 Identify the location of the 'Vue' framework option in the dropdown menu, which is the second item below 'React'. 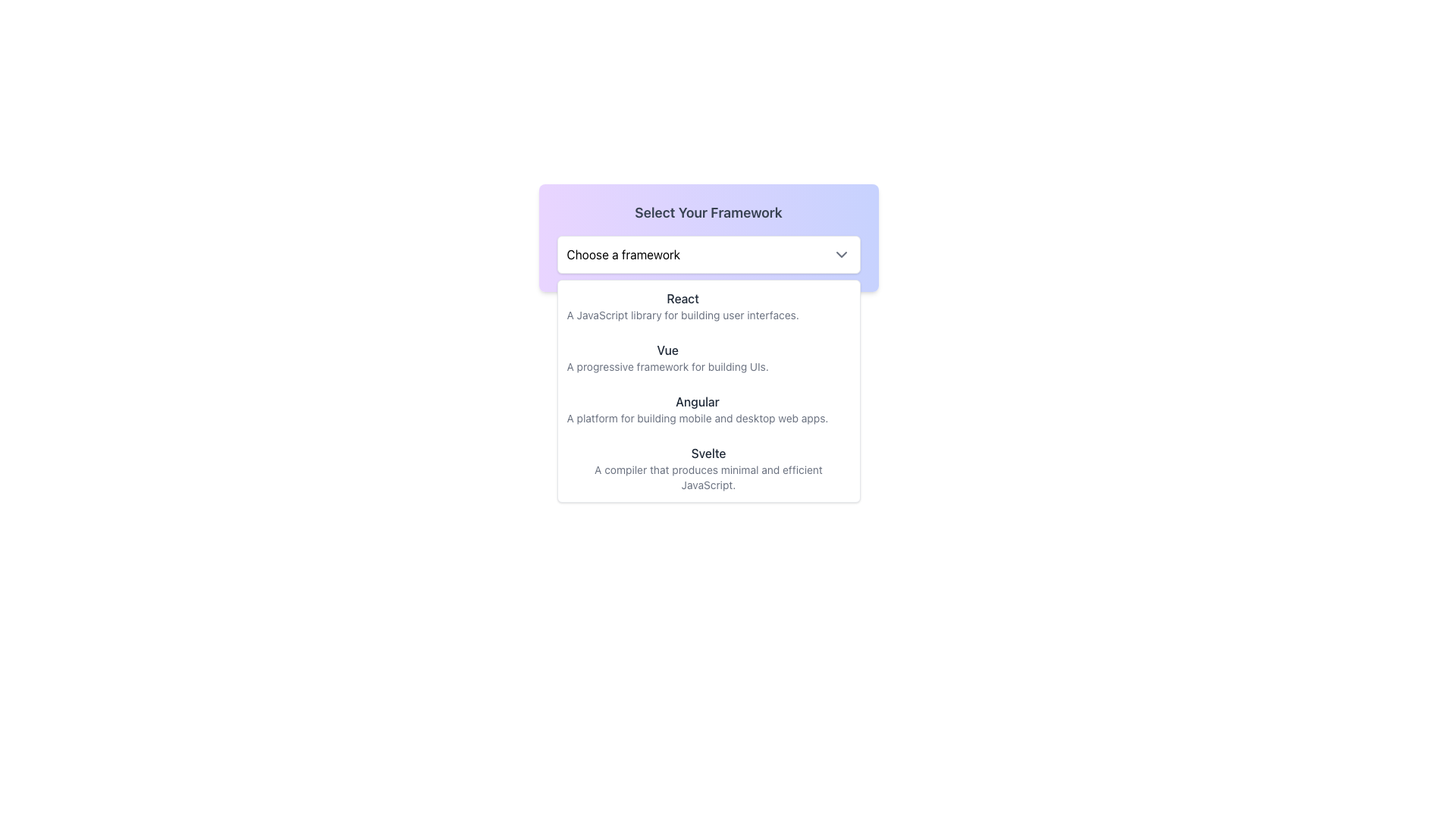
(708, 357).